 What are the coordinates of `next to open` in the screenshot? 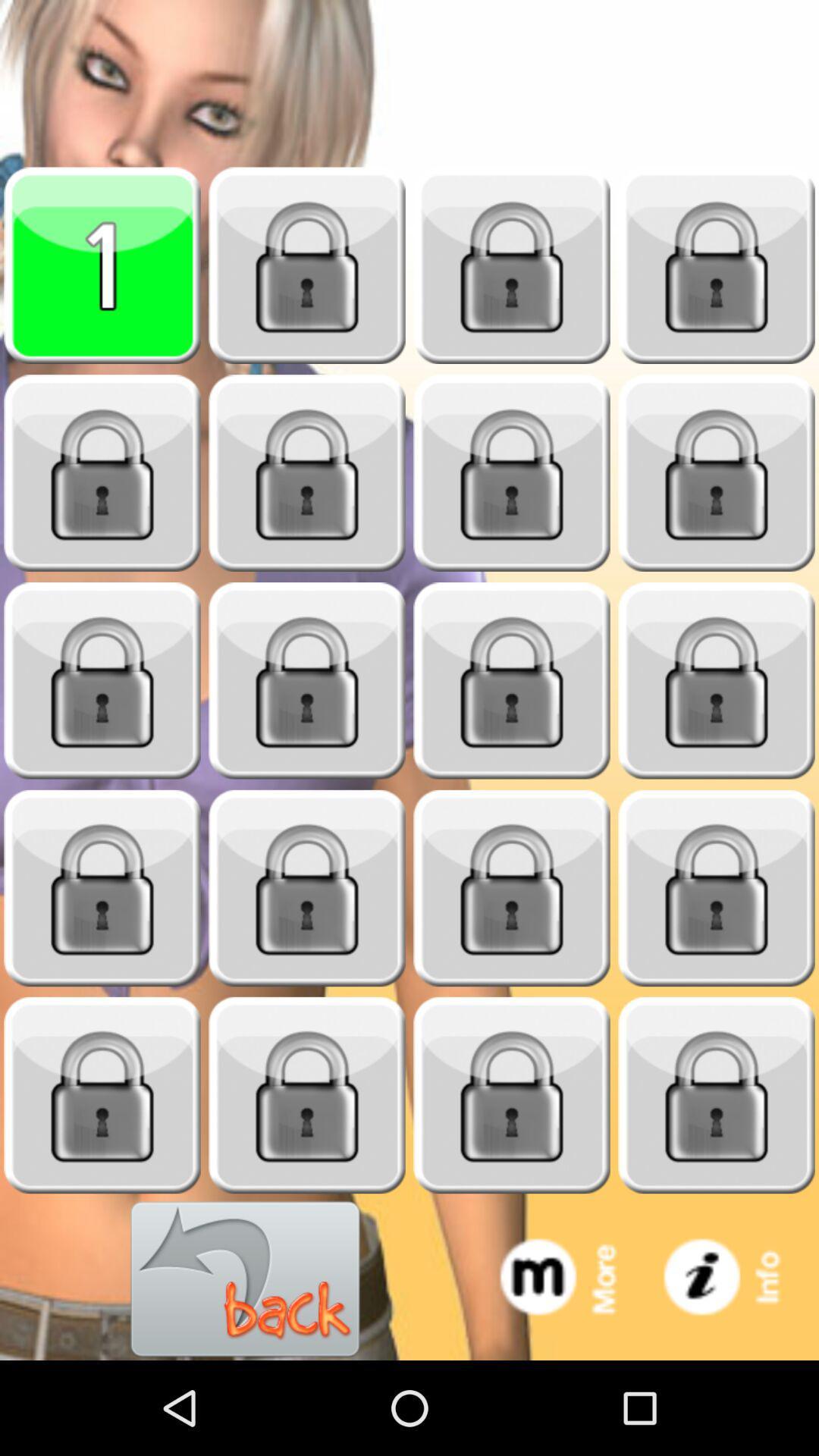 It's located at (717, 472).